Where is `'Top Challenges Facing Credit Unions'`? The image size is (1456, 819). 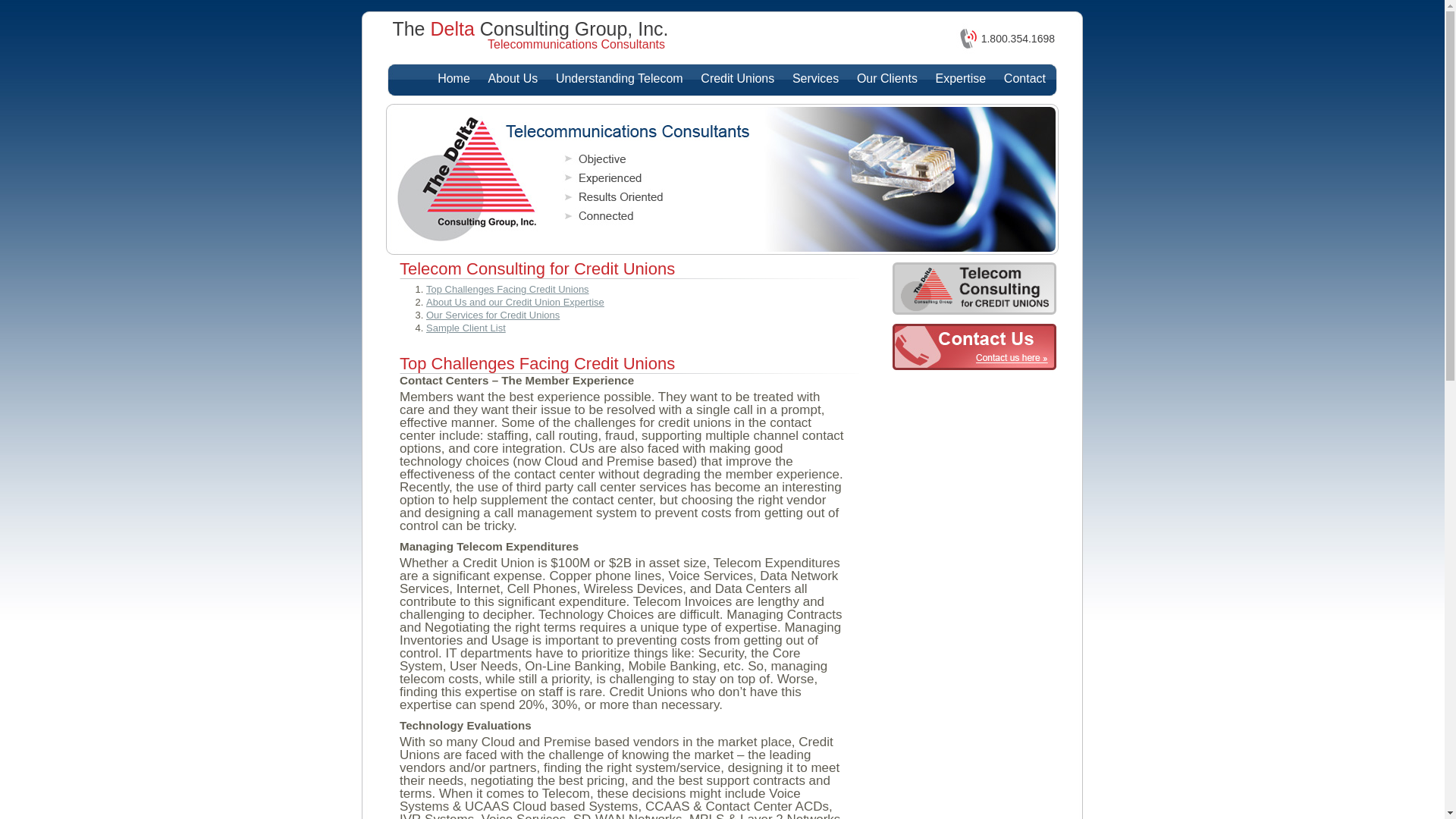
'Top Challenges Facing Credit Unions' is located at coordinates (507, 289).